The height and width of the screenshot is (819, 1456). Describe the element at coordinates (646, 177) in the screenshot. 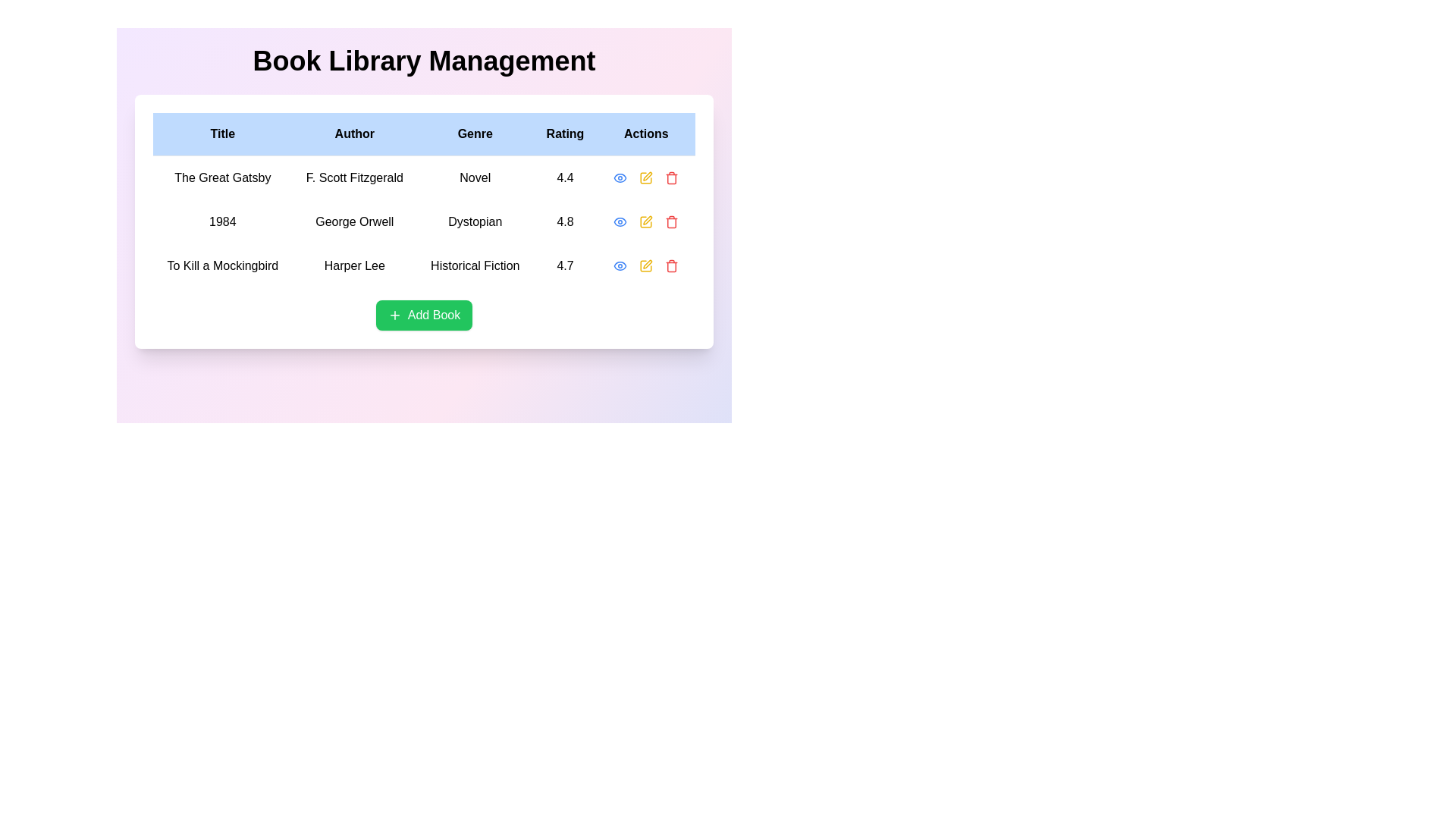

I see `the Edit Action icon located in the Actions column of the table row for the book titled '1984'` at that location.